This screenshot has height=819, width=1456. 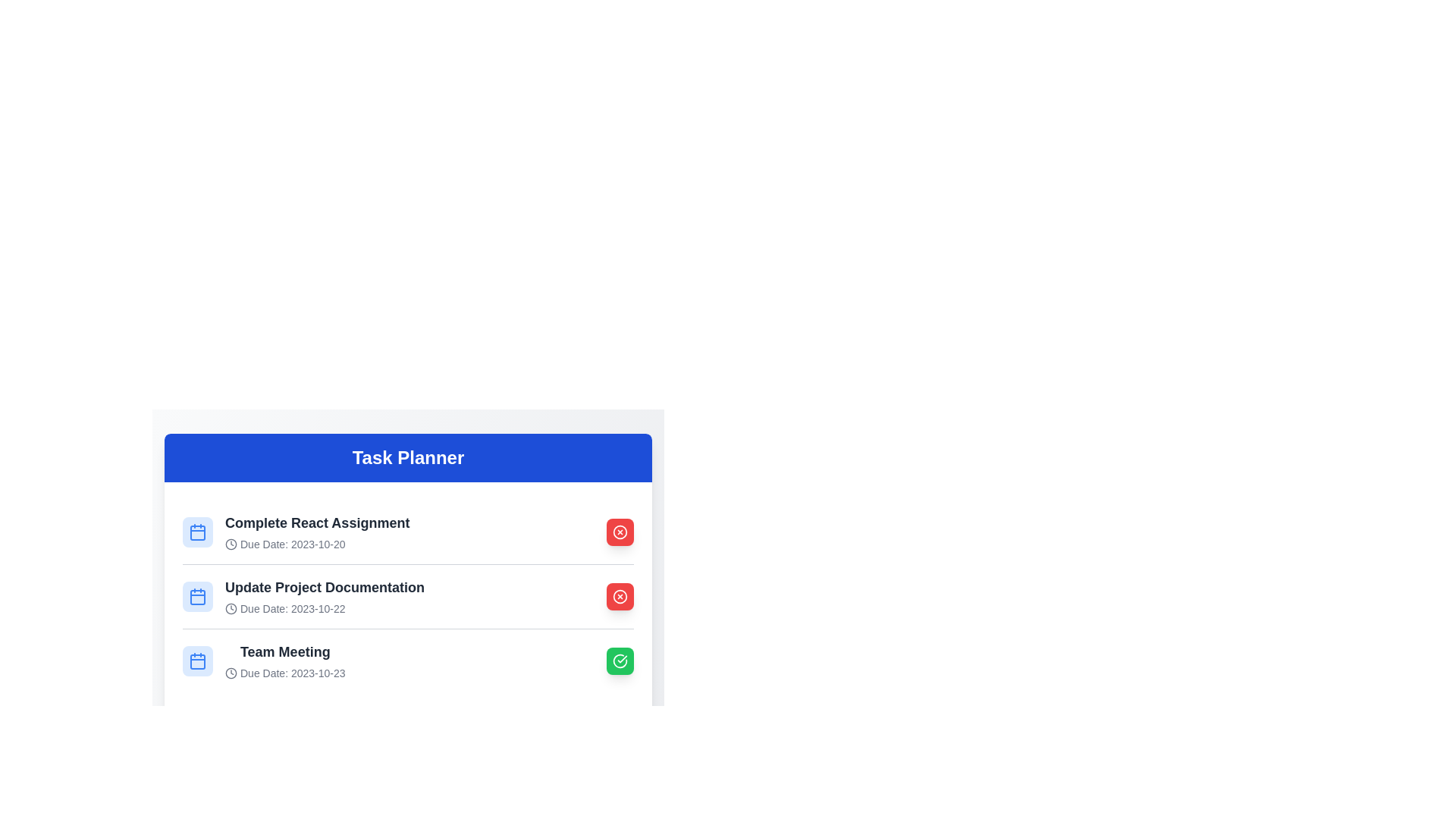 What do you see at coordinates (316, 543) in the screenshot?
I see `informational text that says 'Due Date: 2023-10-20' which is located below the task name 'Complete React Assignment' in the task card under 'Task Planner'` at bounding box center [316, 543].